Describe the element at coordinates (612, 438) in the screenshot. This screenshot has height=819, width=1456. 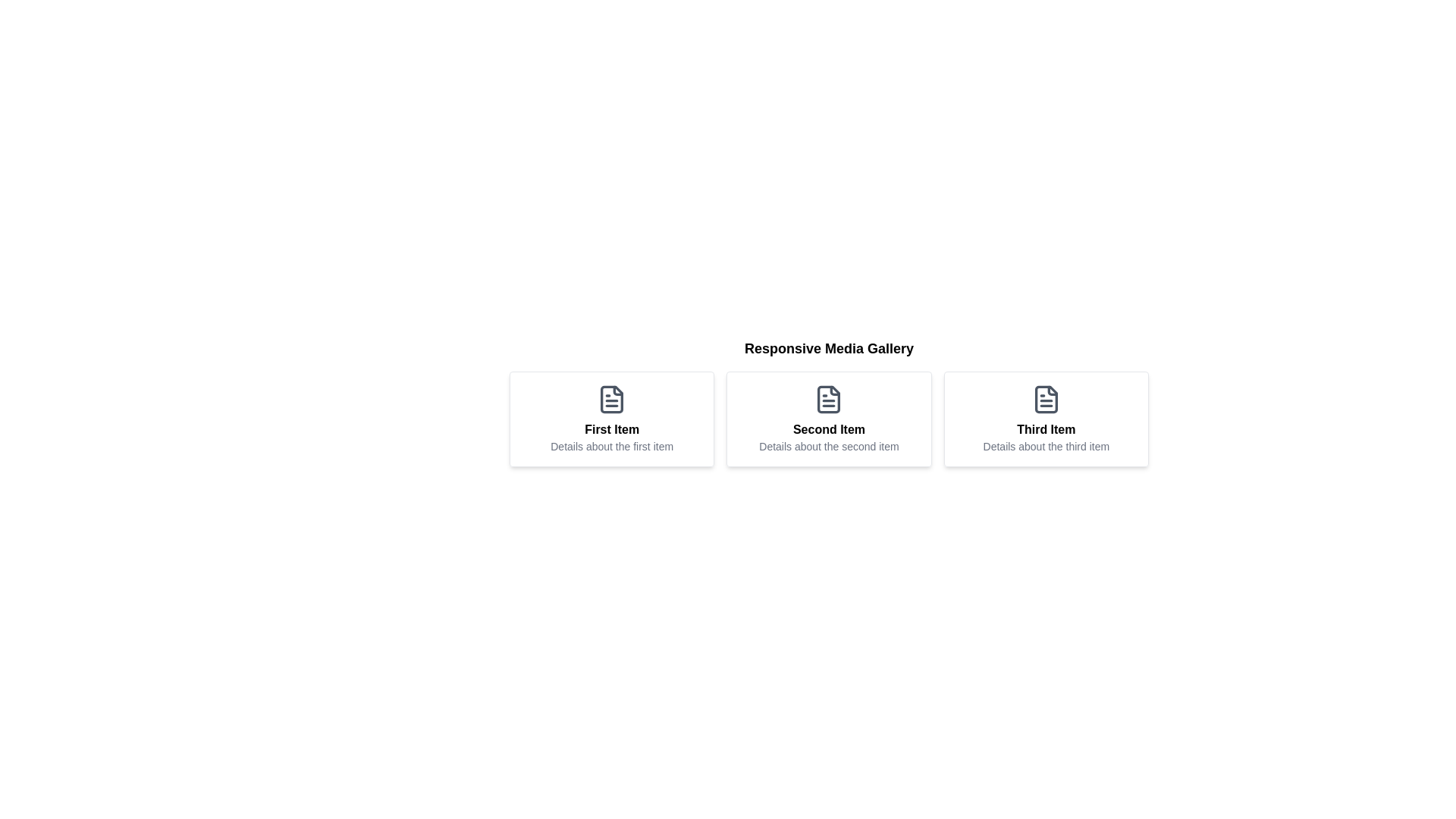
I see `the Informational Label that displays 'First Item' and 'Details about the first item', which is located below an icon in the card layout` at that location.